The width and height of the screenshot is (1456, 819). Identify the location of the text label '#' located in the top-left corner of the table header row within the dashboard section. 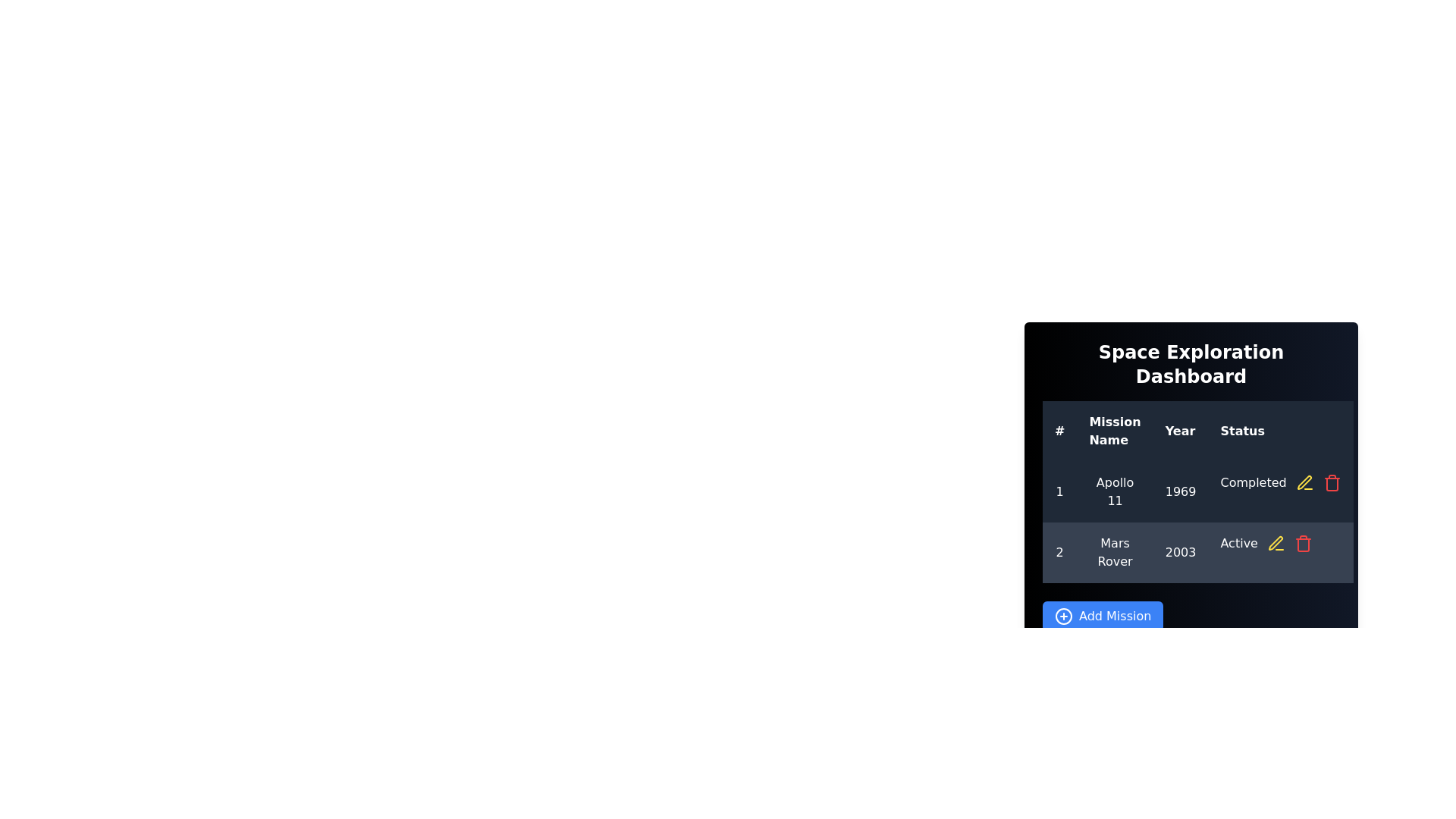
(1059, 431).